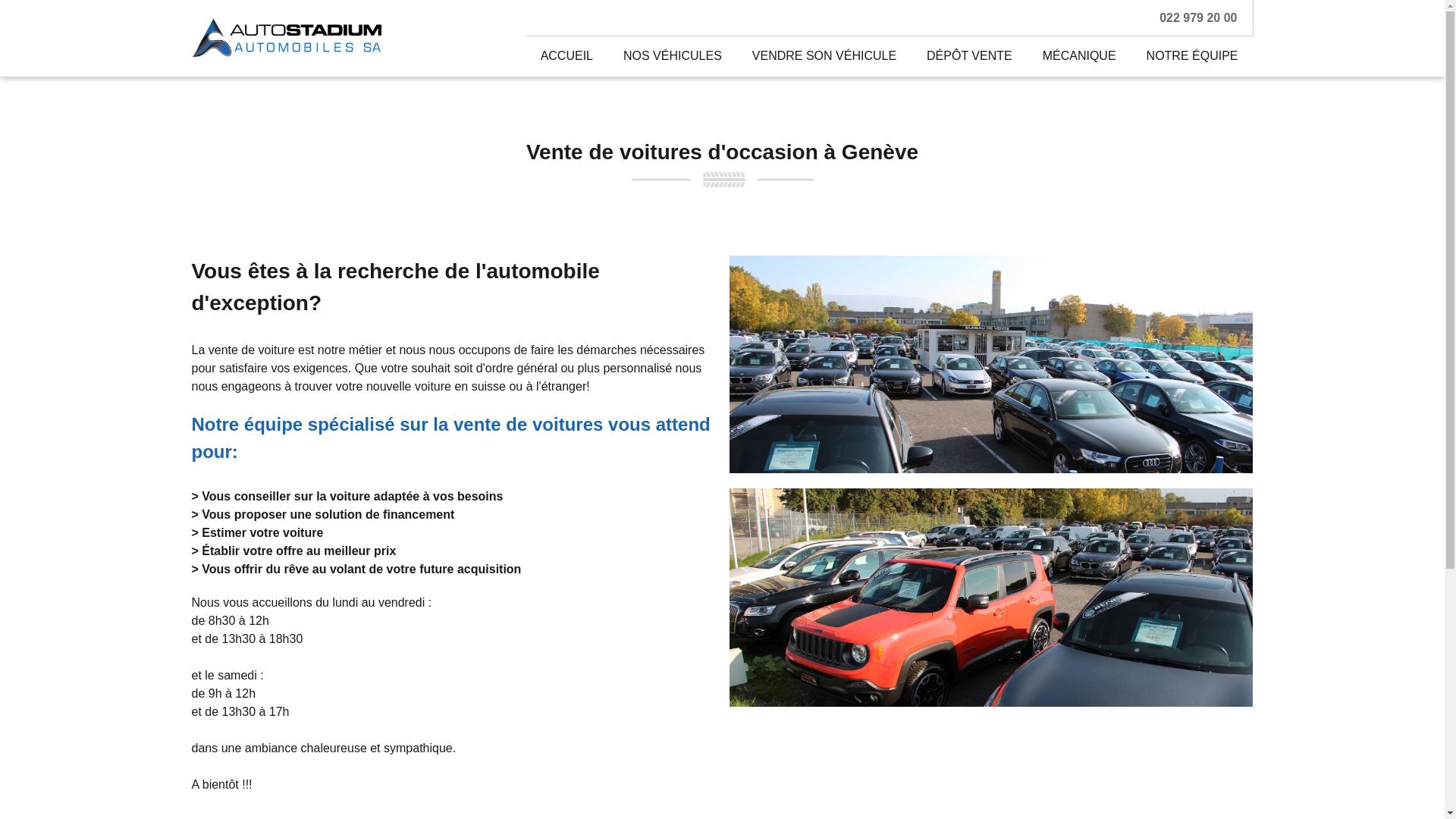 The width and height of the screenshot is (1456, 819). I want to click on 'Autostadium Automobile', so click(286, 37).